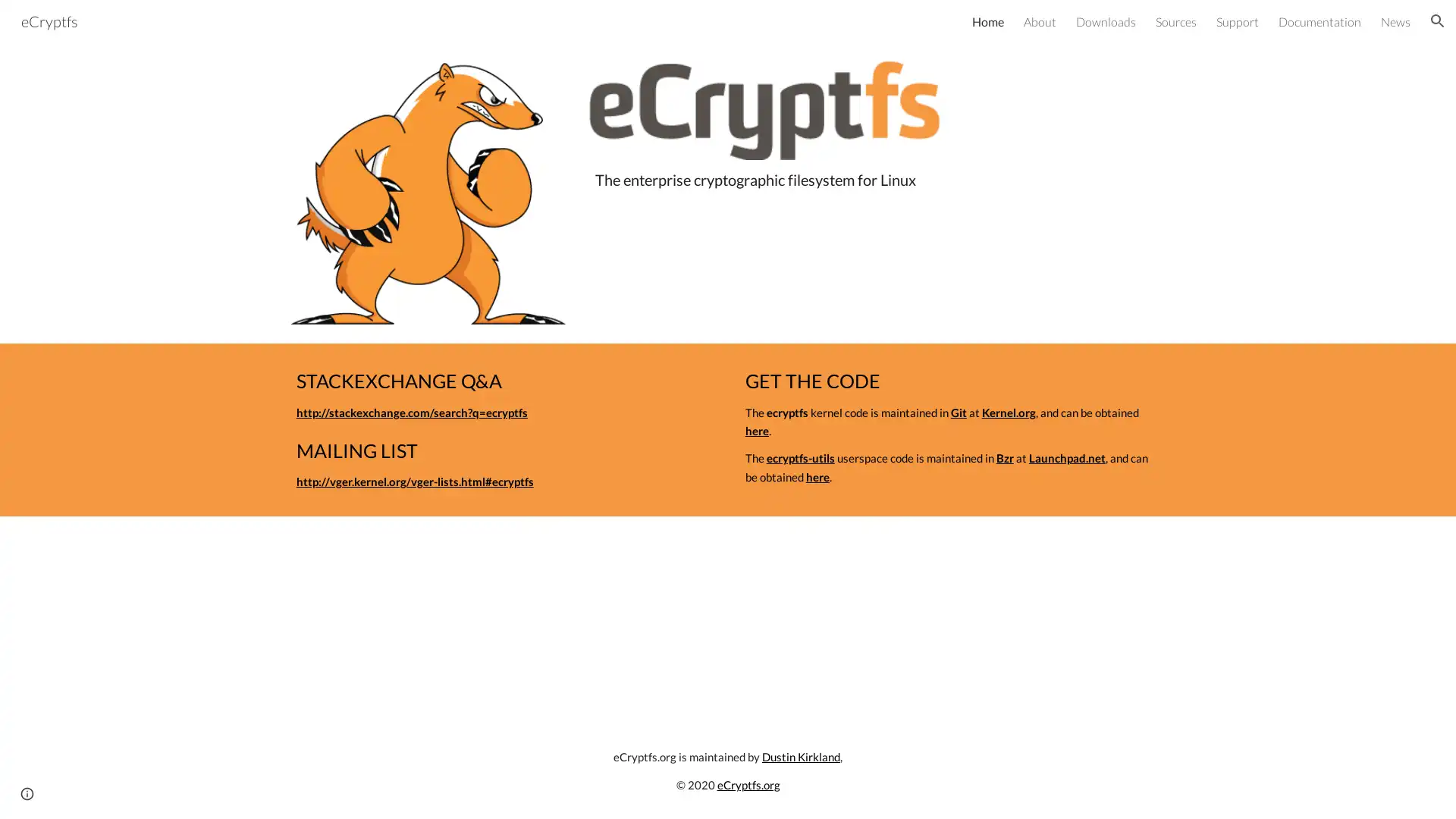  What do you see at coordinates (27, 792) in the screenshot?
I see `Site actions` at bounding box center [27, 792].